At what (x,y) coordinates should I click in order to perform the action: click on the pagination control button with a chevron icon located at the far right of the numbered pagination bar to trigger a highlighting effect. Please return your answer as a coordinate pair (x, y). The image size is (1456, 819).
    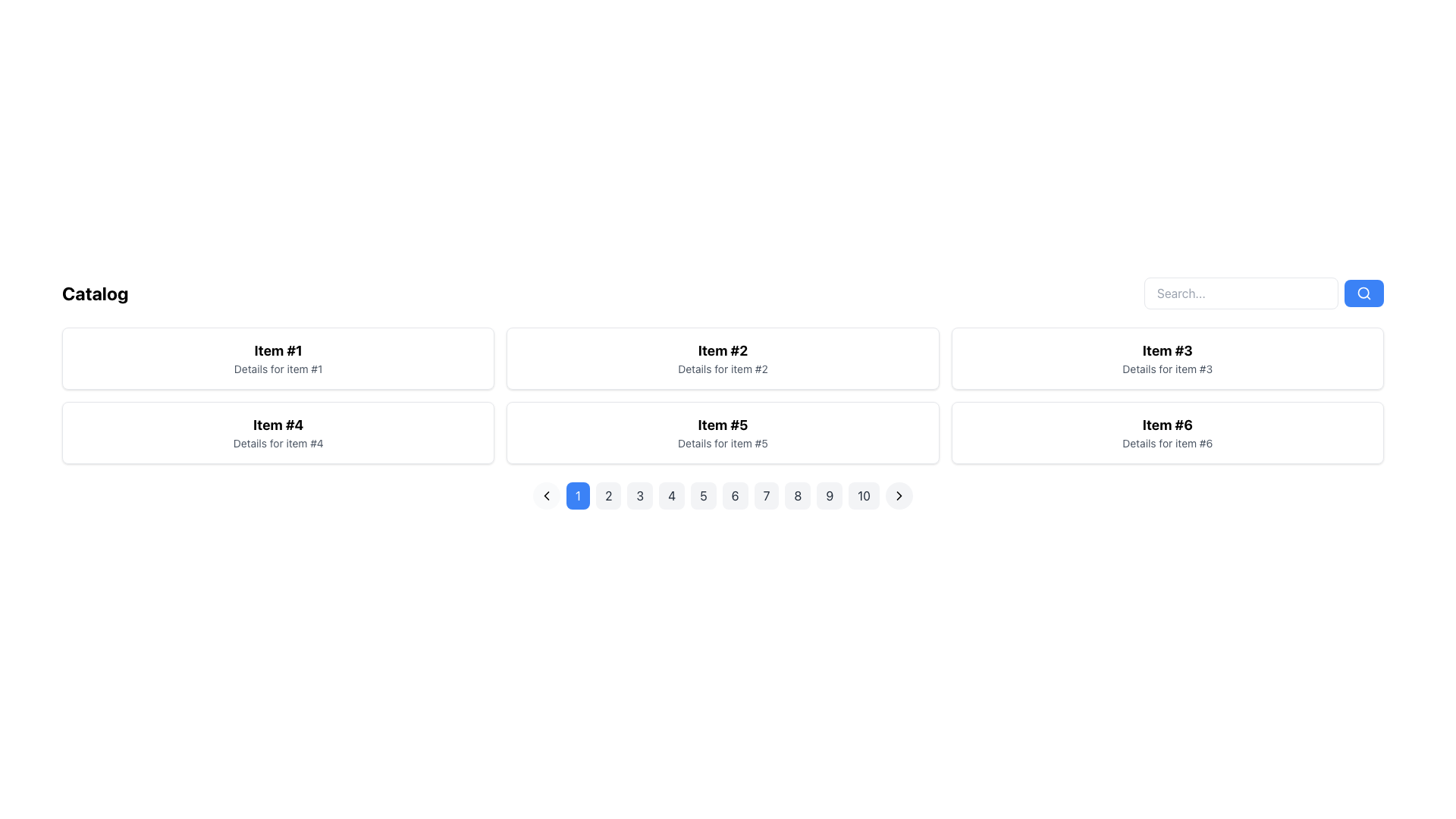
    Looking at the image, I should click on (899, 496).